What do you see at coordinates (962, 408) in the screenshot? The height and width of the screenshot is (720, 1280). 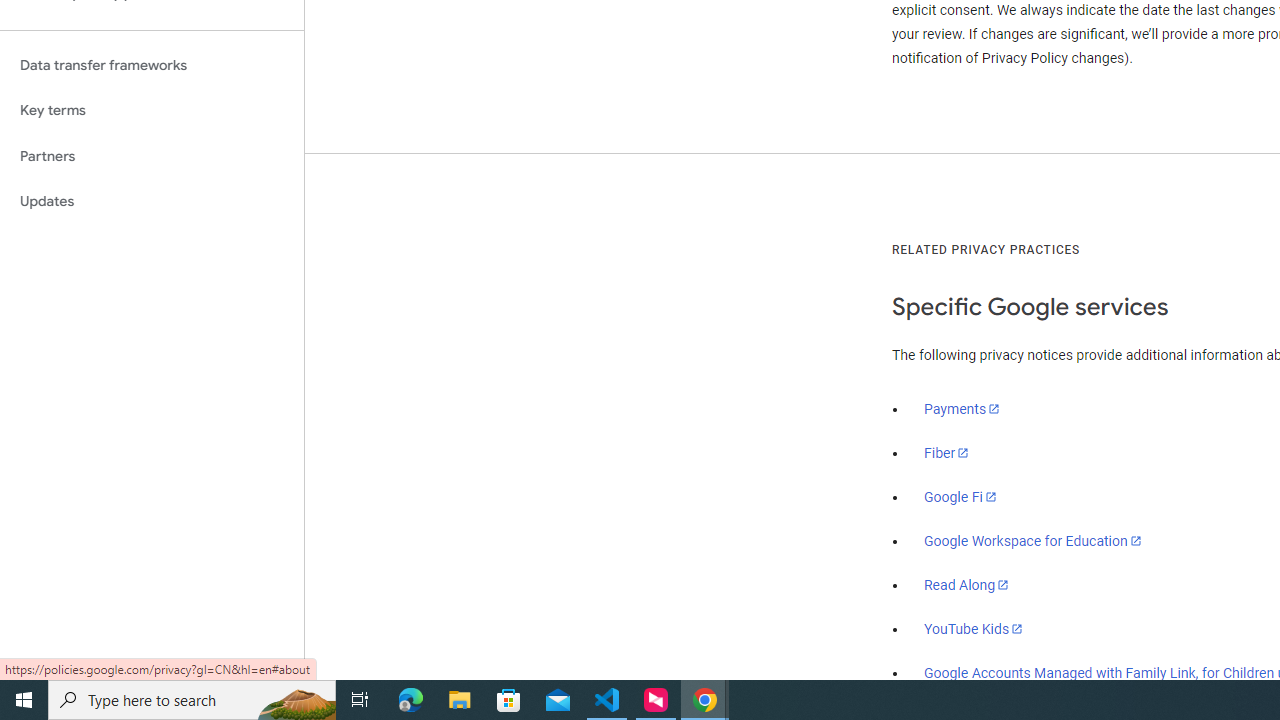 I see `'Payments'` at bounding box center [962, 408].